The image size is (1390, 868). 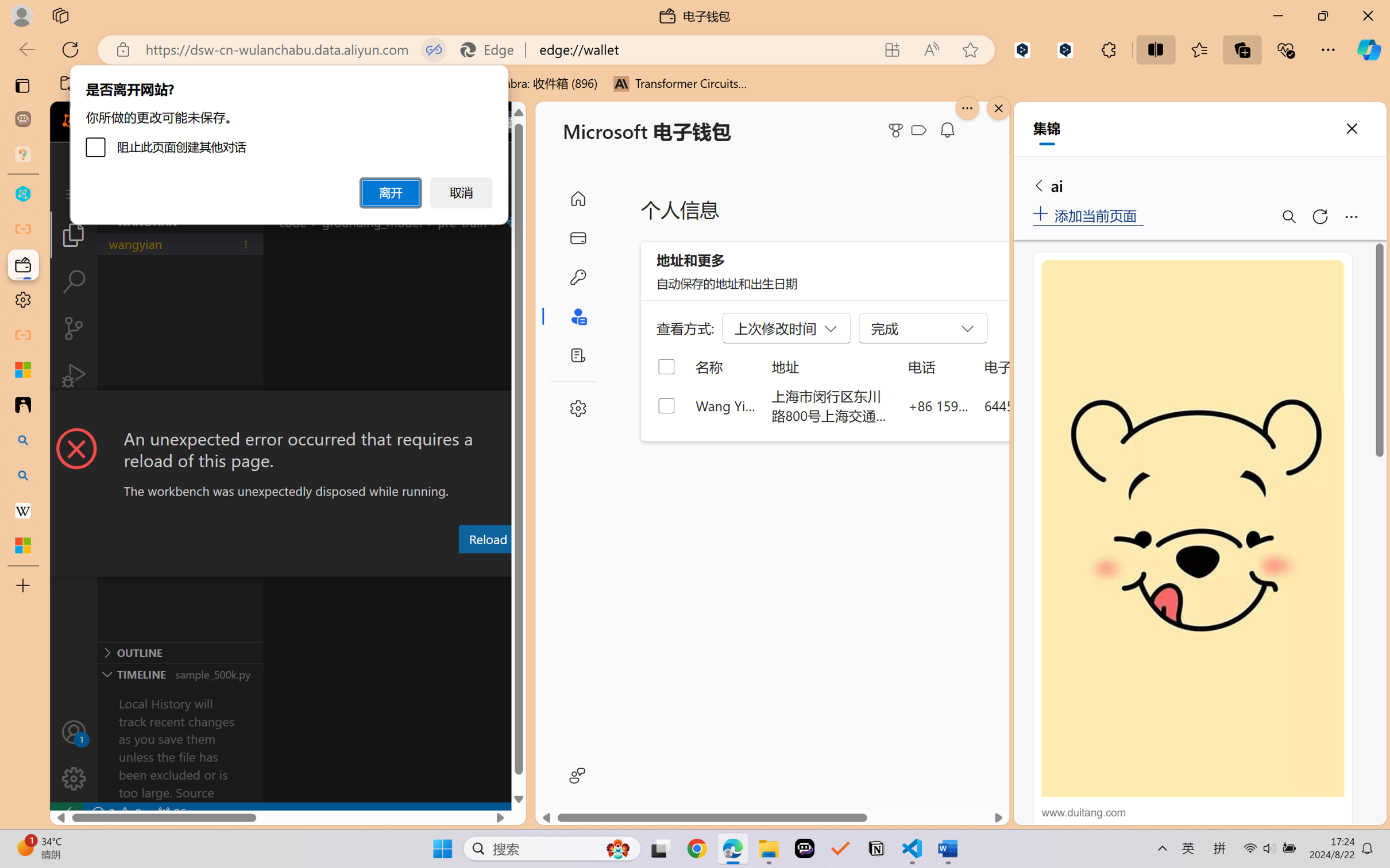 What do you see at coordinates (377, 566) in the screenshot?
I see `'Output (Ctrl+Shift+U)'` at bounding box center [377, 566].